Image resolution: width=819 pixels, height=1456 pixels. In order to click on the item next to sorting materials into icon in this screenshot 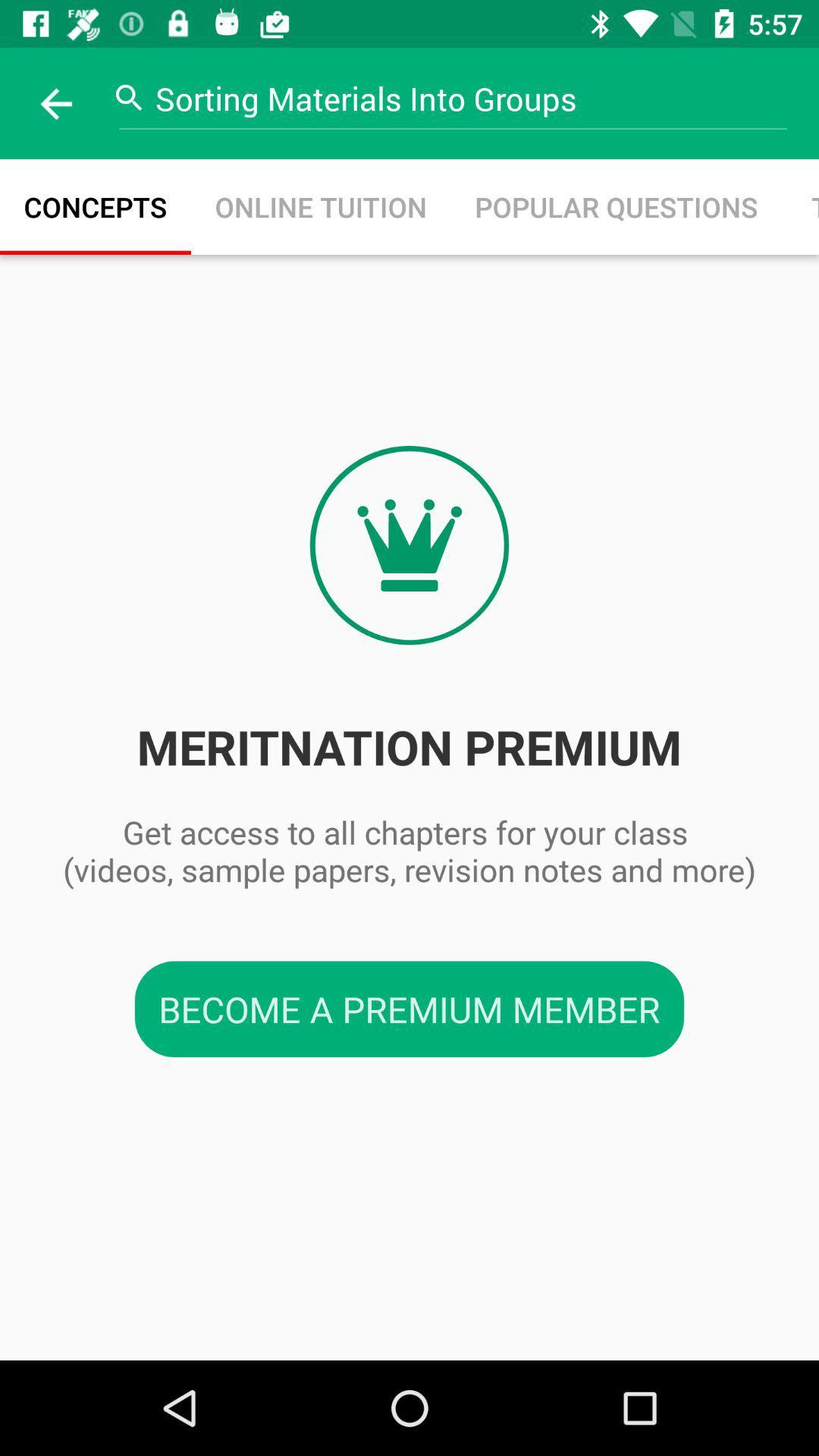, I will do `click(55, 102)`.